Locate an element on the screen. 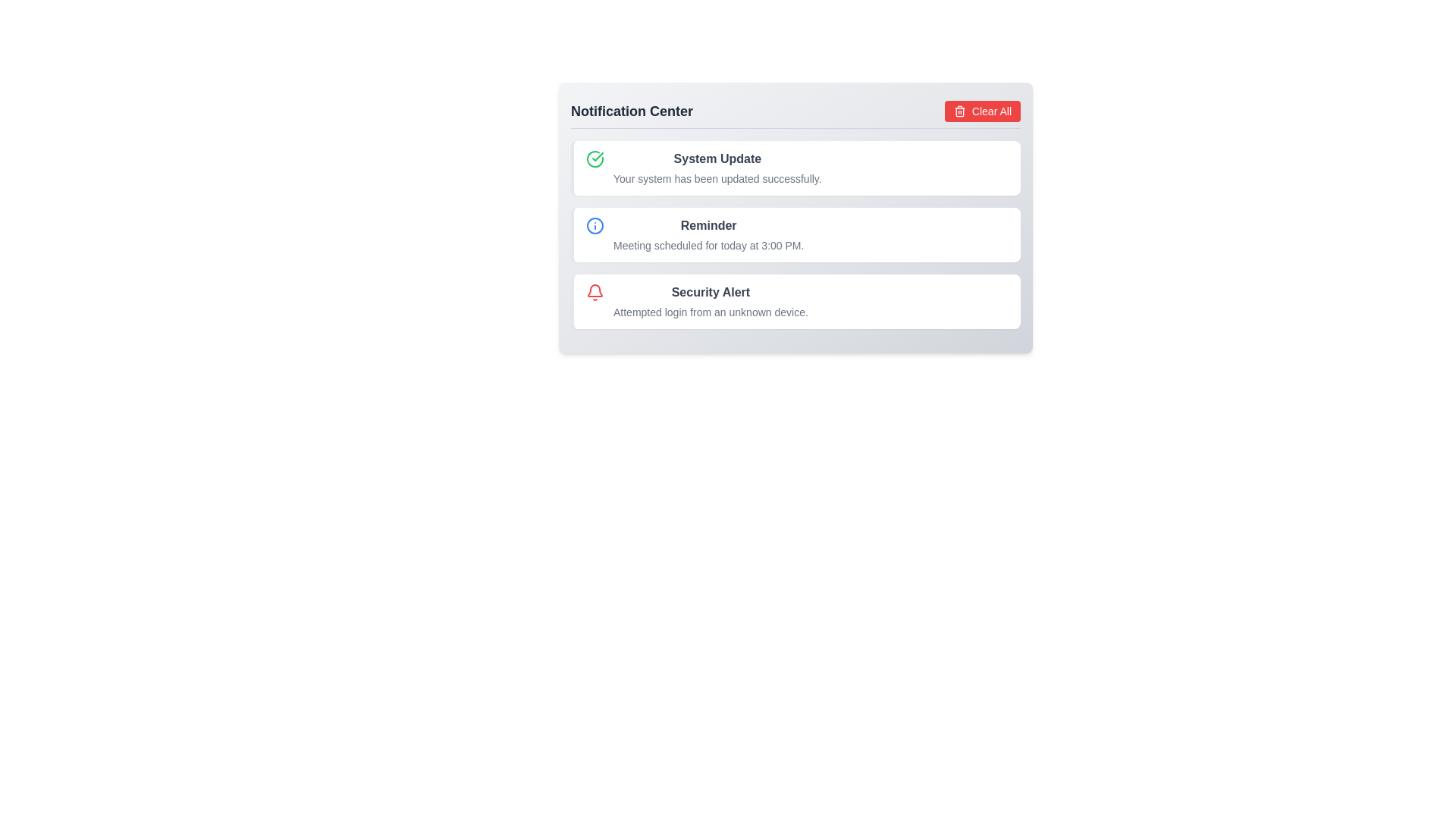 This screenshot has width=1456, height=819. the circular information icon with a blue outline and white interior located within the second notification card in the notification center is located at coordinates (595, 225).